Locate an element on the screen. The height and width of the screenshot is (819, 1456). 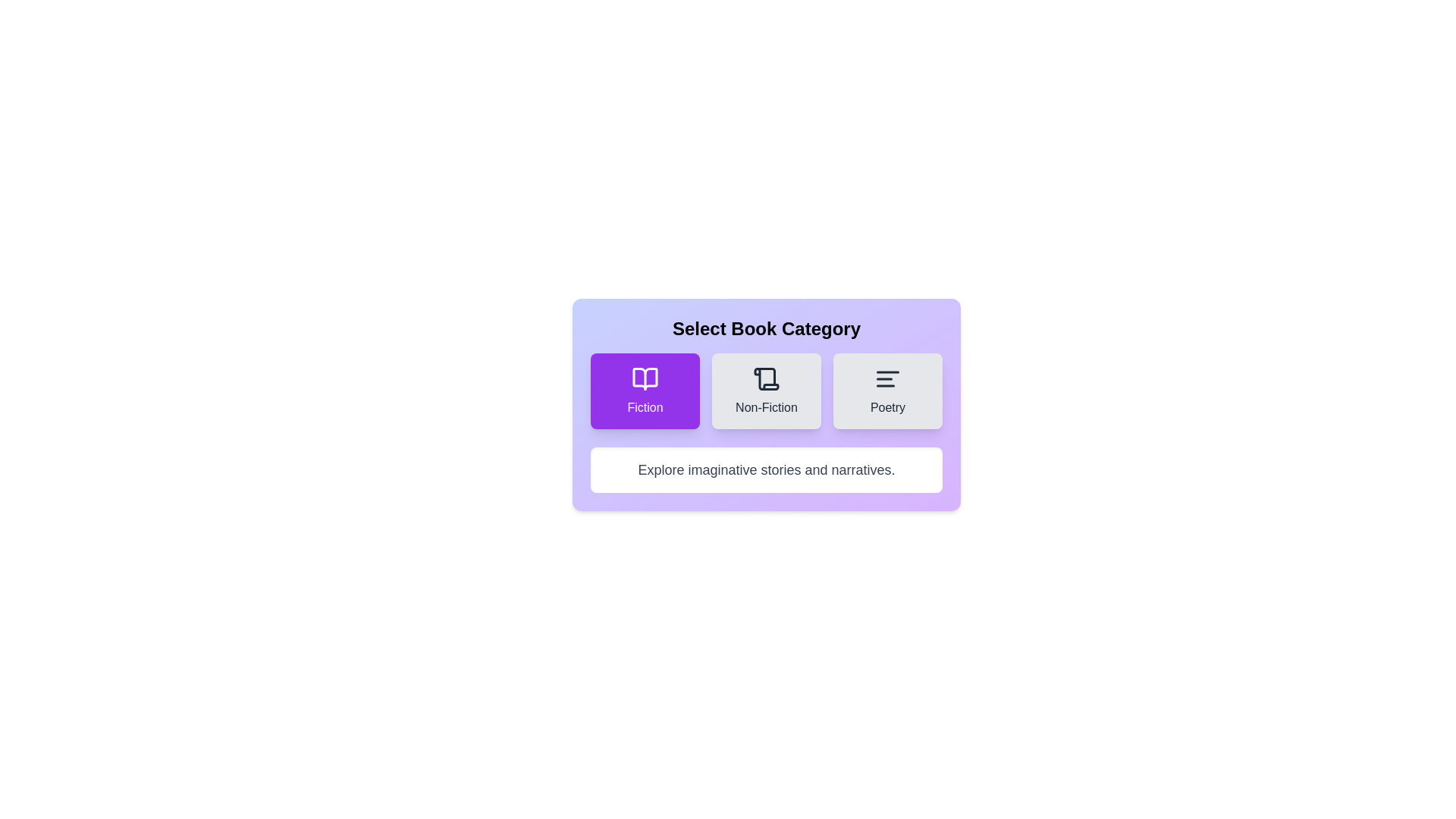
the Fiction button to observe the hover effect is located at coordinates (645, 391).